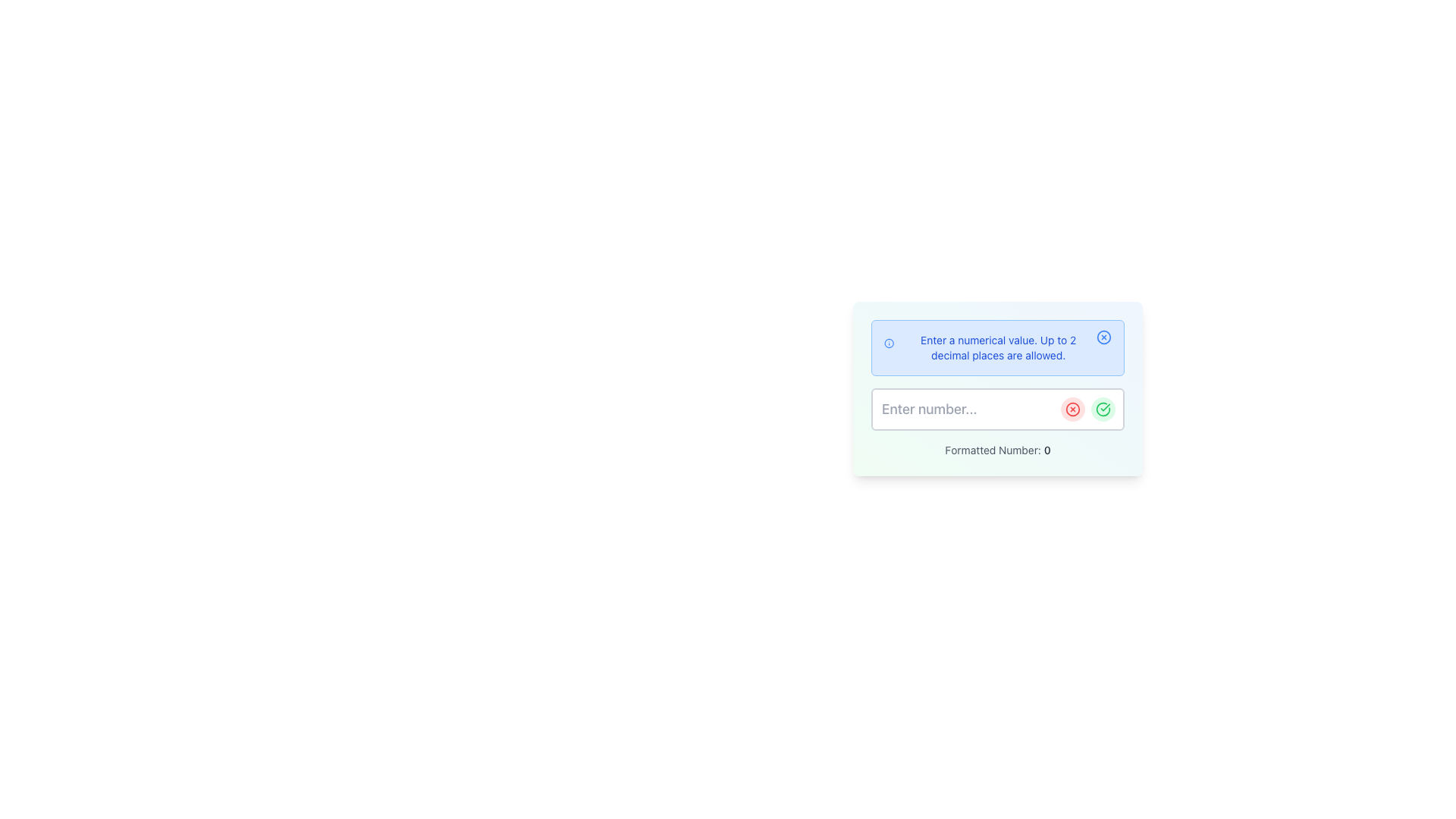  What do you see at coordinates (1103, 409) in the screenshot?
I see `the confirmation icon located to the right of the input box labeled 'Enter number...'` at bounding box center [1103, 409].